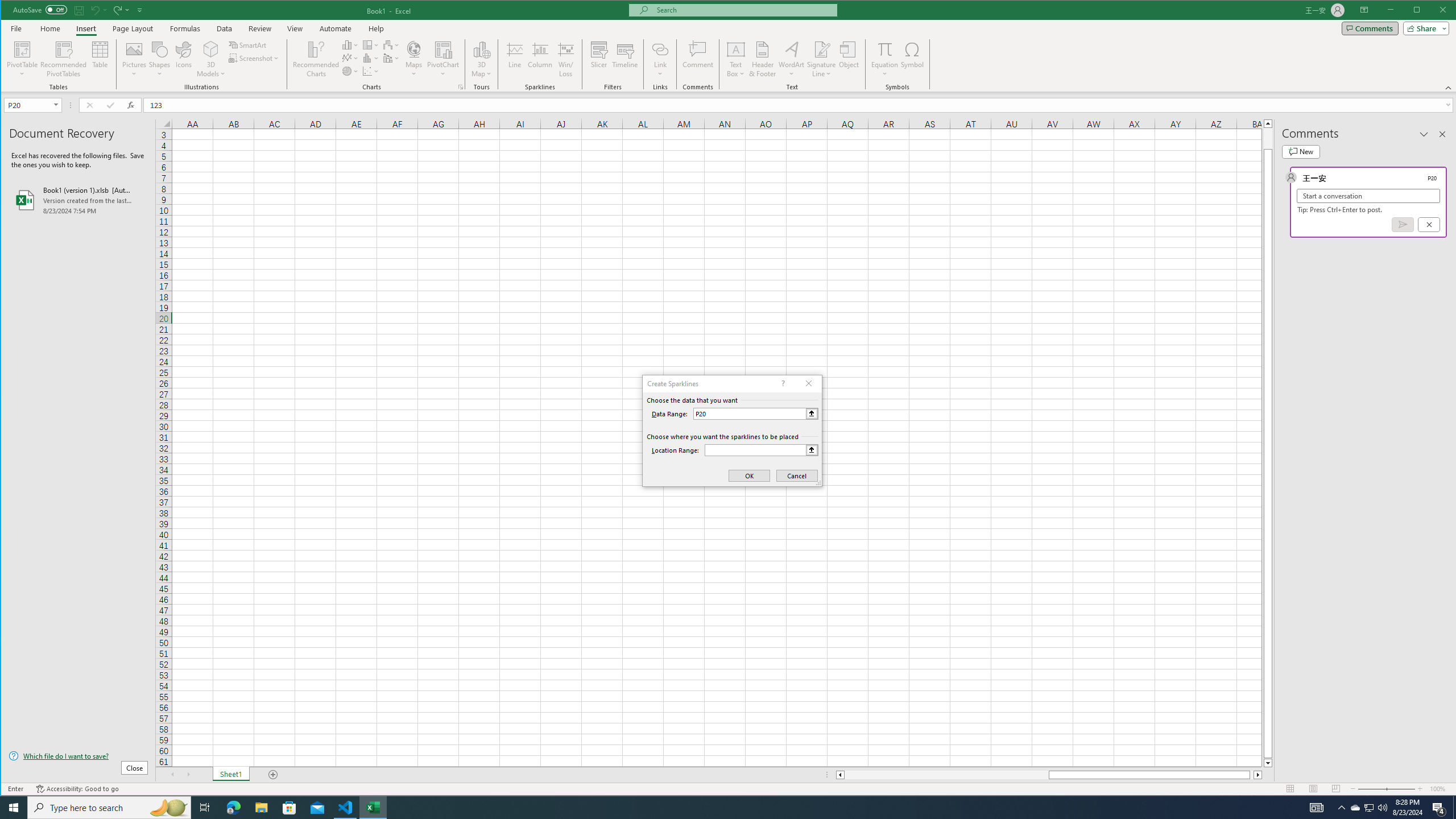 This screenshot has width=1456, height=819. I want to click on 'Equation', so click(885, 59).